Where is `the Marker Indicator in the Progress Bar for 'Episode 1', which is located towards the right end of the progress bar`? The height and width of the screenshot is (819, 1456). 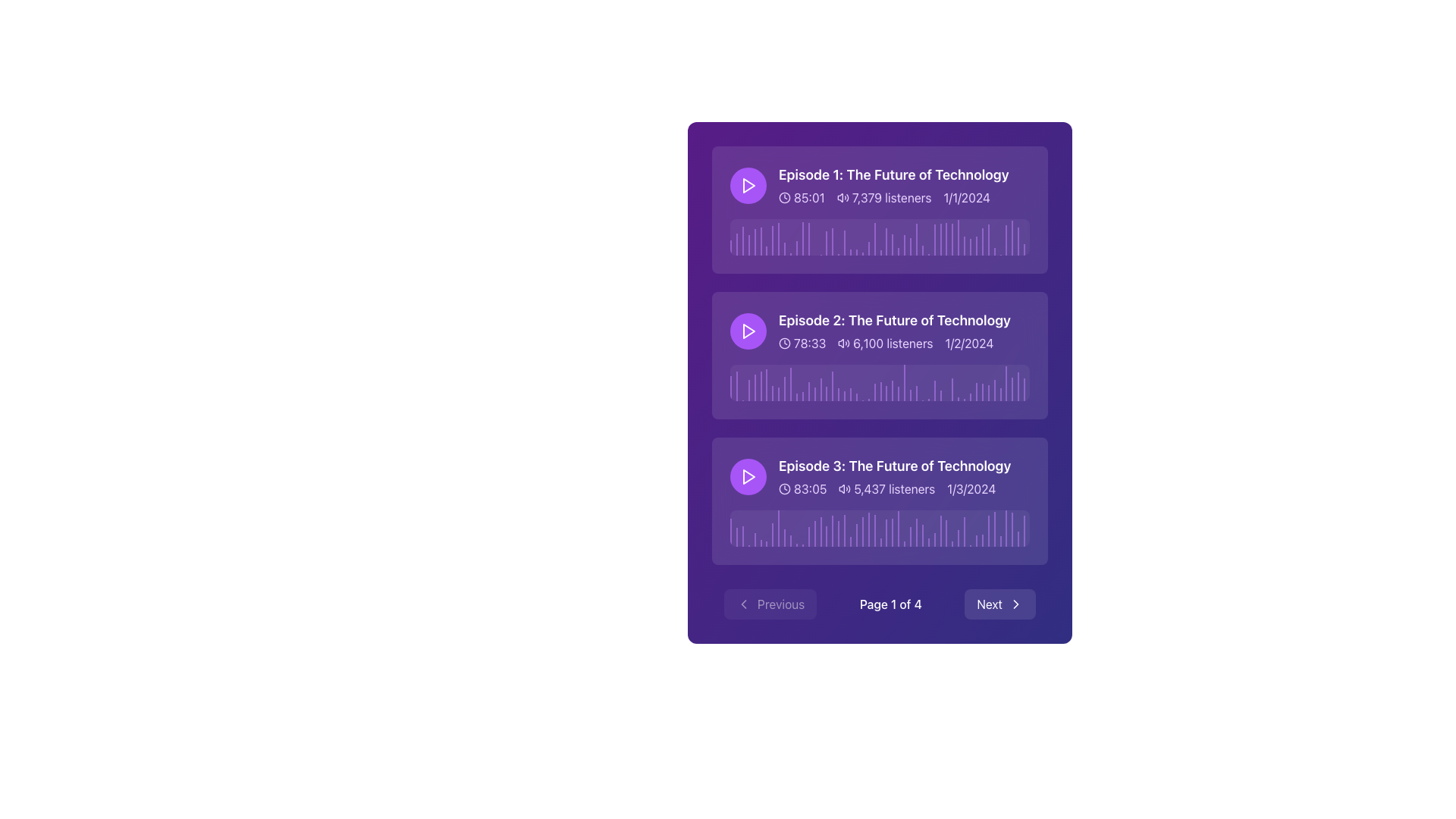
the Marker Indicator in the Progress Bar for 'Episode 1', which is located towards the right end of the progress bar is located at coordinates (1006, 239).